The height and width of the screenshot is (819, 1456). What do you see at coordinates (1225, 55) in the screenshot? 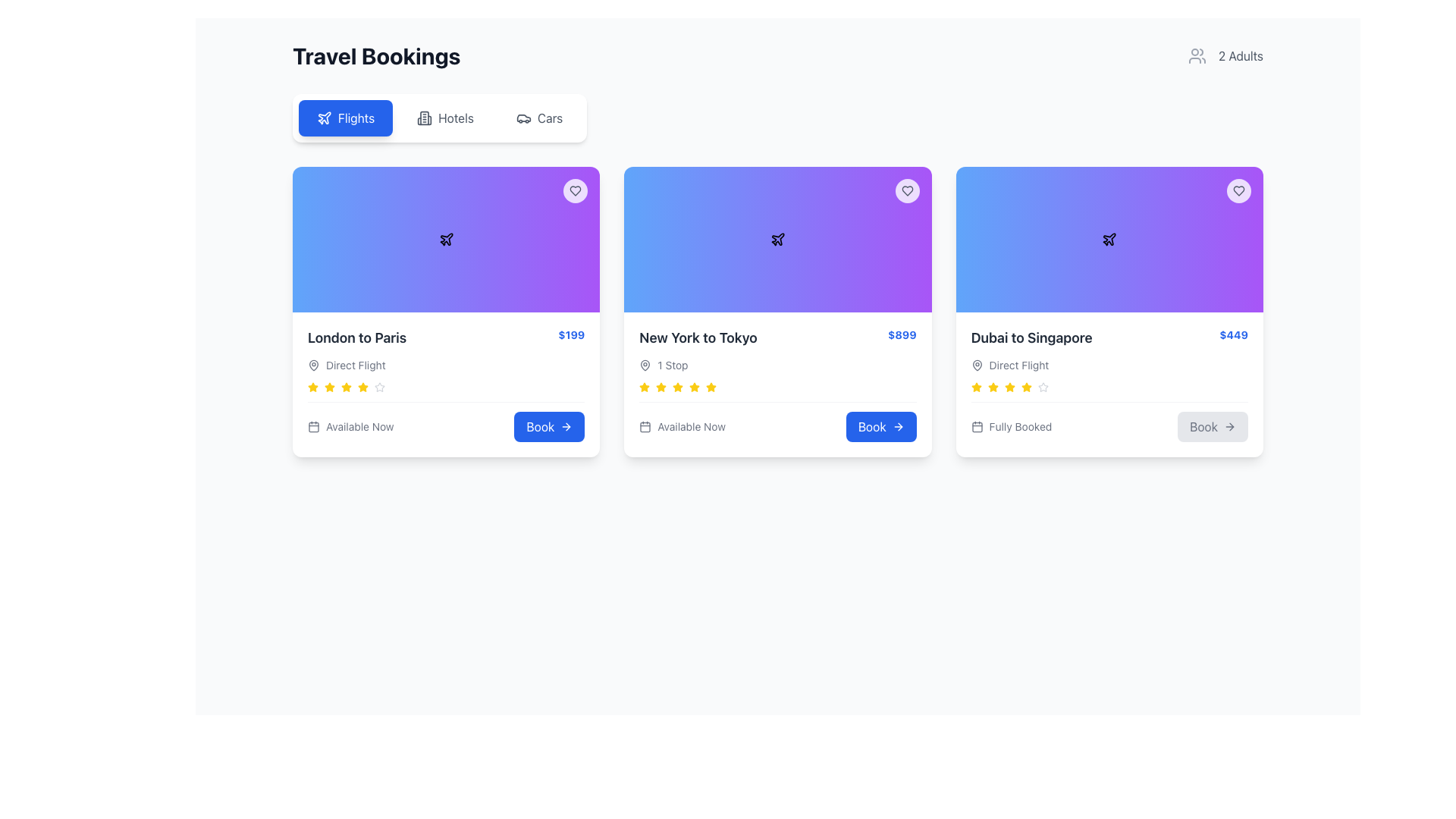
I see `the static display label with the text '2 Adults' and the accompanying icon of two user figures, located in the top-right corner of the interface next to the title 'Travel Bookings'` at bounding box center [1225, 55].